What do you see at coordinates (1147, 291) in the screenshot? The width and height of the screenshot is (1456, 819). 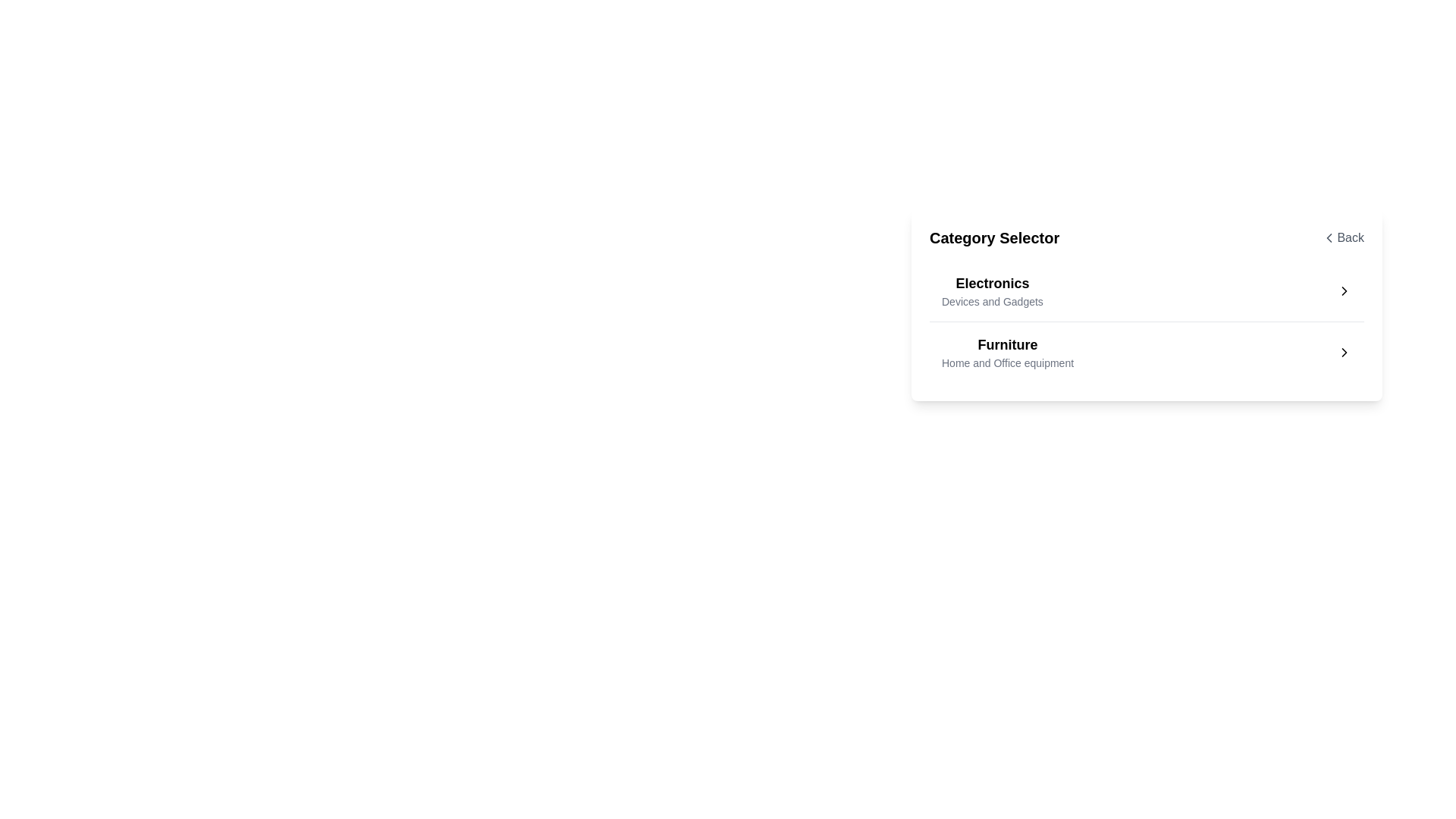 I see `the first list item representing the 'Electronics' category in the 'Category Selector'` at bounding box center [1147, 291].